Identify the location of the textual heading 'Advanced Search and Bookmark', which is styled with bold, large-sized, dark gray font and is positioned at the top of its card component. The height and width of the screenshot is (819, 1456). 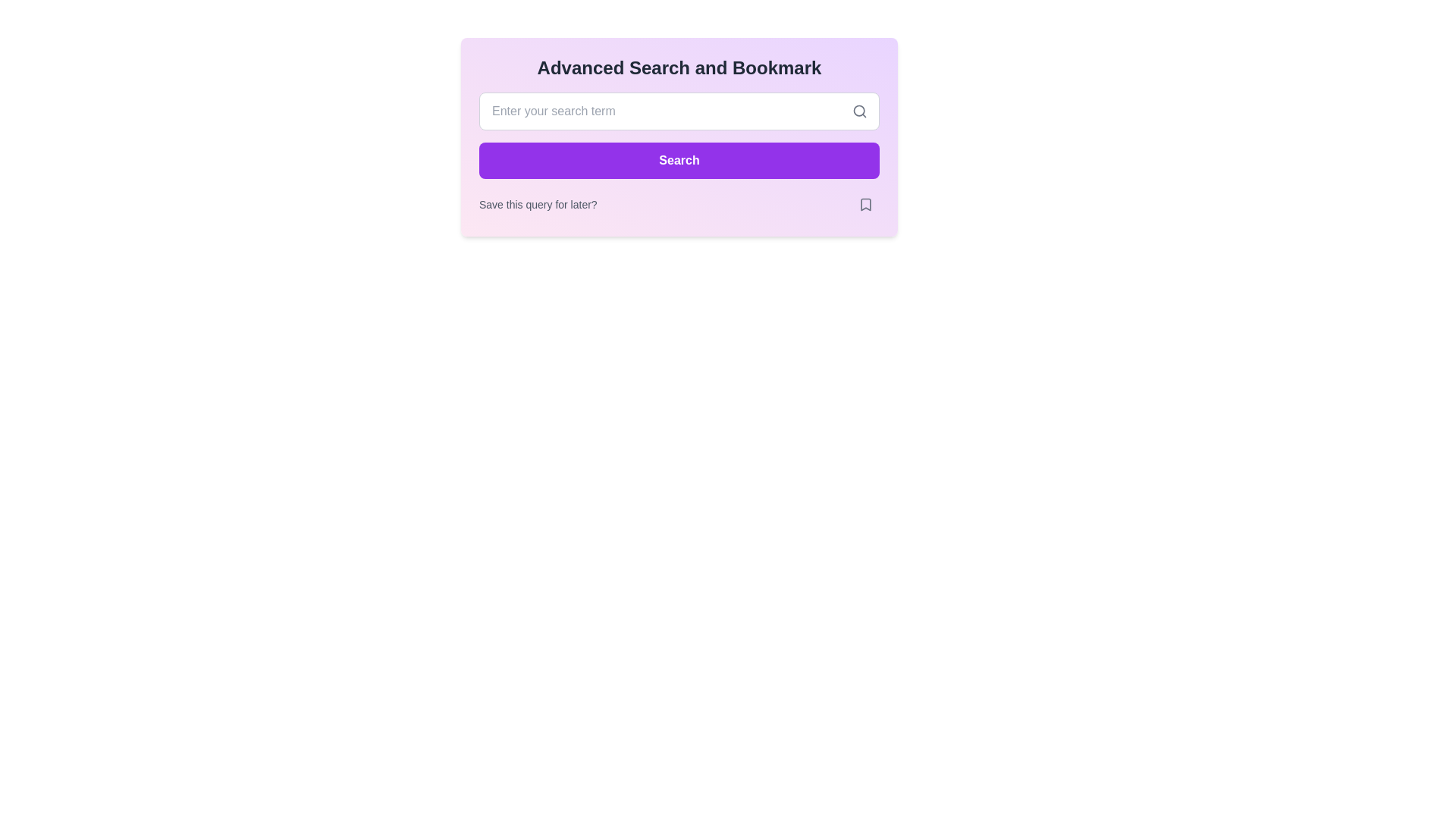
(679, 67).